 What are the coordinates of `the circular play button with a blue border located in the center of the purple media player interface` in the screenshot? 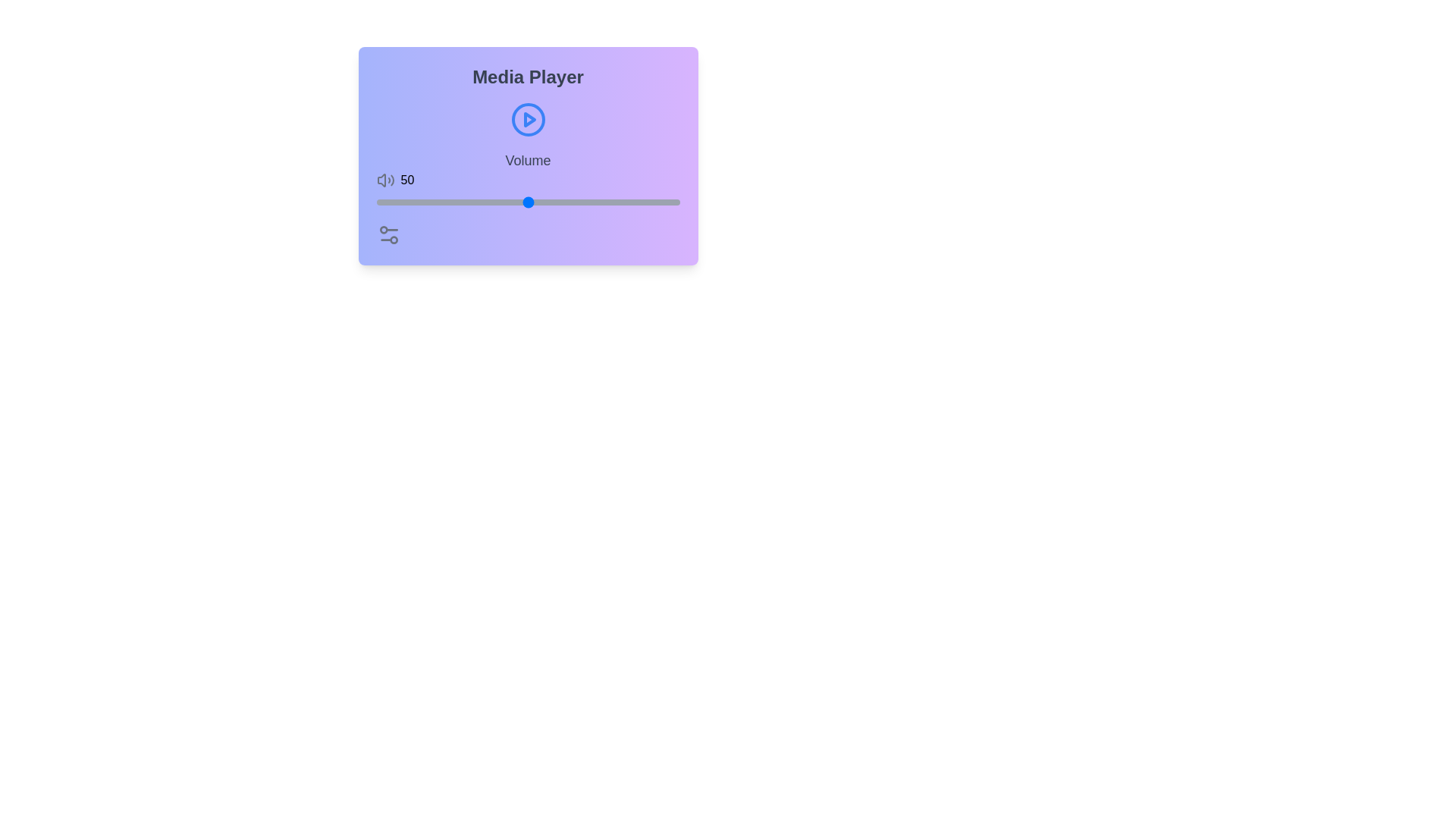 It's located at (528, 119).